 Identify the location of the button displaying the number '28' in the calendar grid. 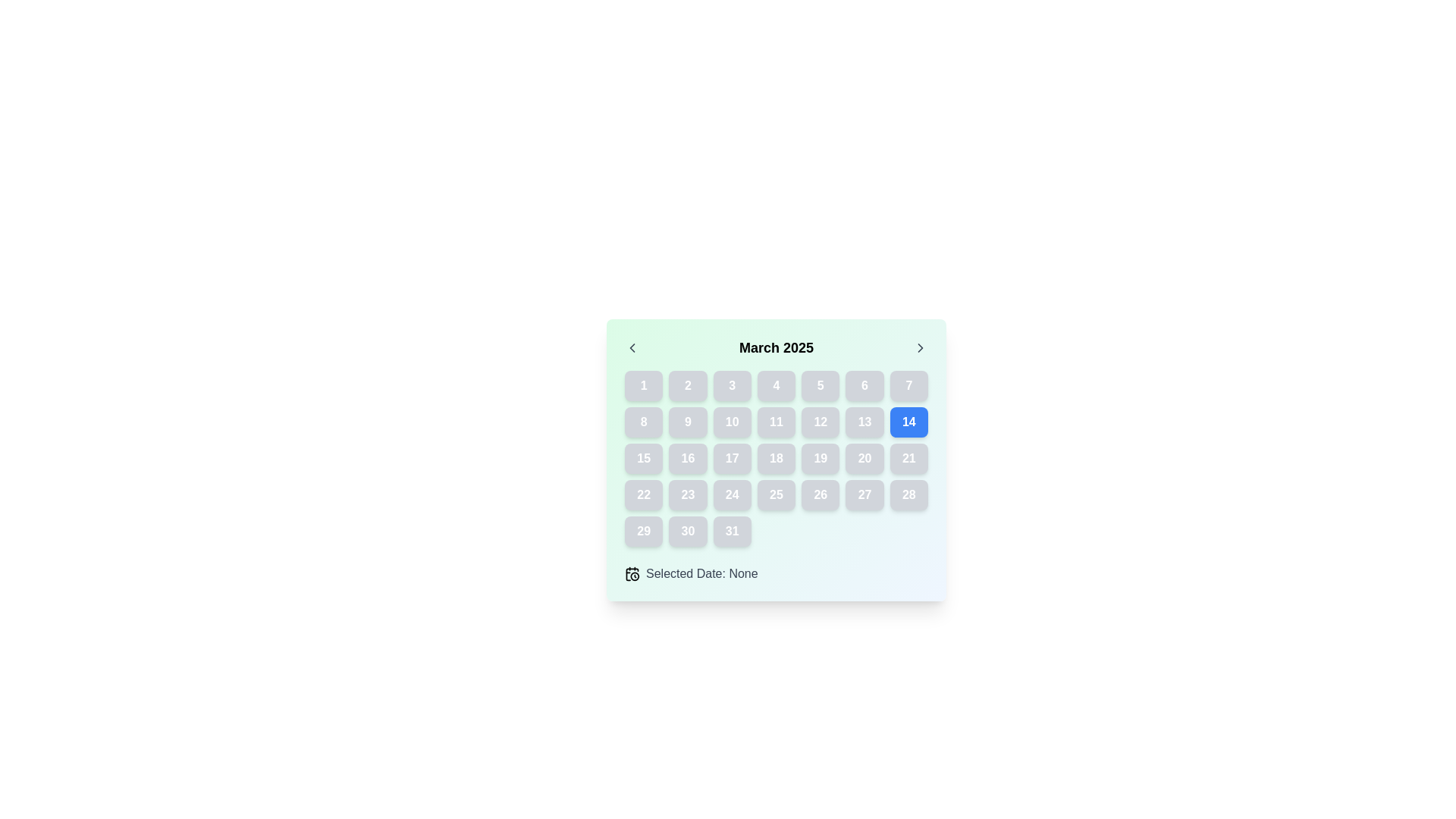
(908, 494).